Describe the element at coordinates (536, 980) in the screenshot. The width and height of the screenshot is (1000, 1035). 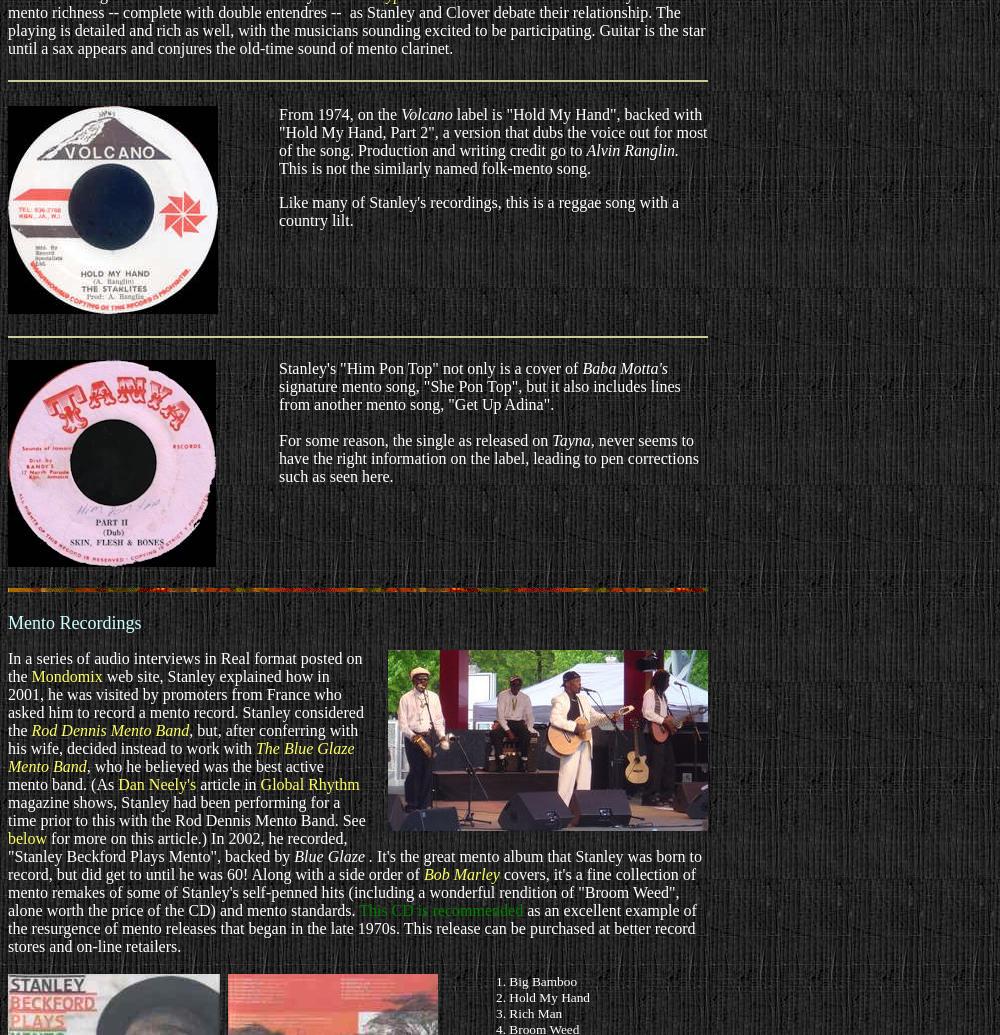
I see `'1. Big Bamboo'` at that location.